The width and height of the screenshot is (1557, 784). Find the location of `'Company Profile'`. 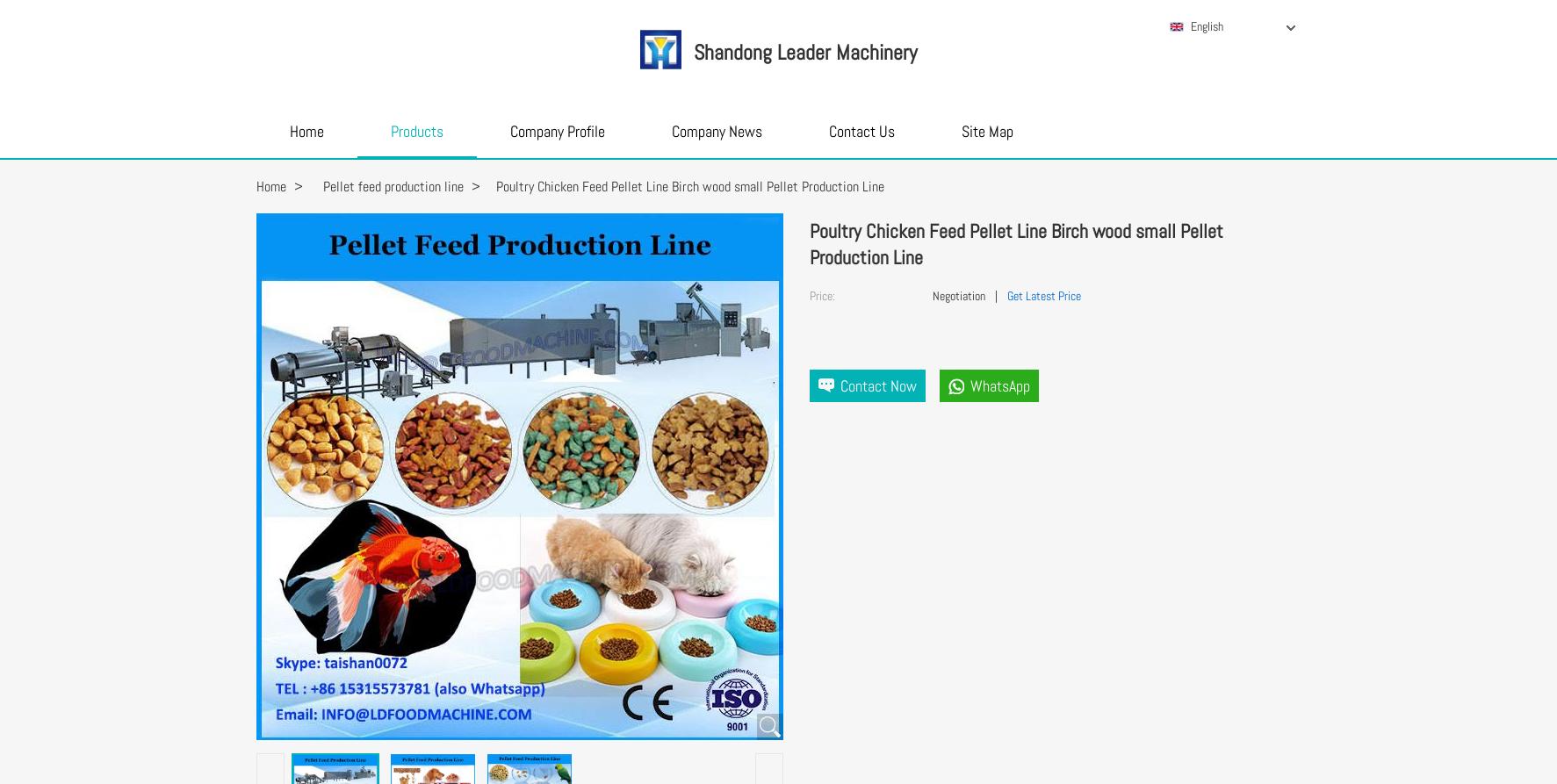

'Company Profile' is located at coordinates (508, 131).